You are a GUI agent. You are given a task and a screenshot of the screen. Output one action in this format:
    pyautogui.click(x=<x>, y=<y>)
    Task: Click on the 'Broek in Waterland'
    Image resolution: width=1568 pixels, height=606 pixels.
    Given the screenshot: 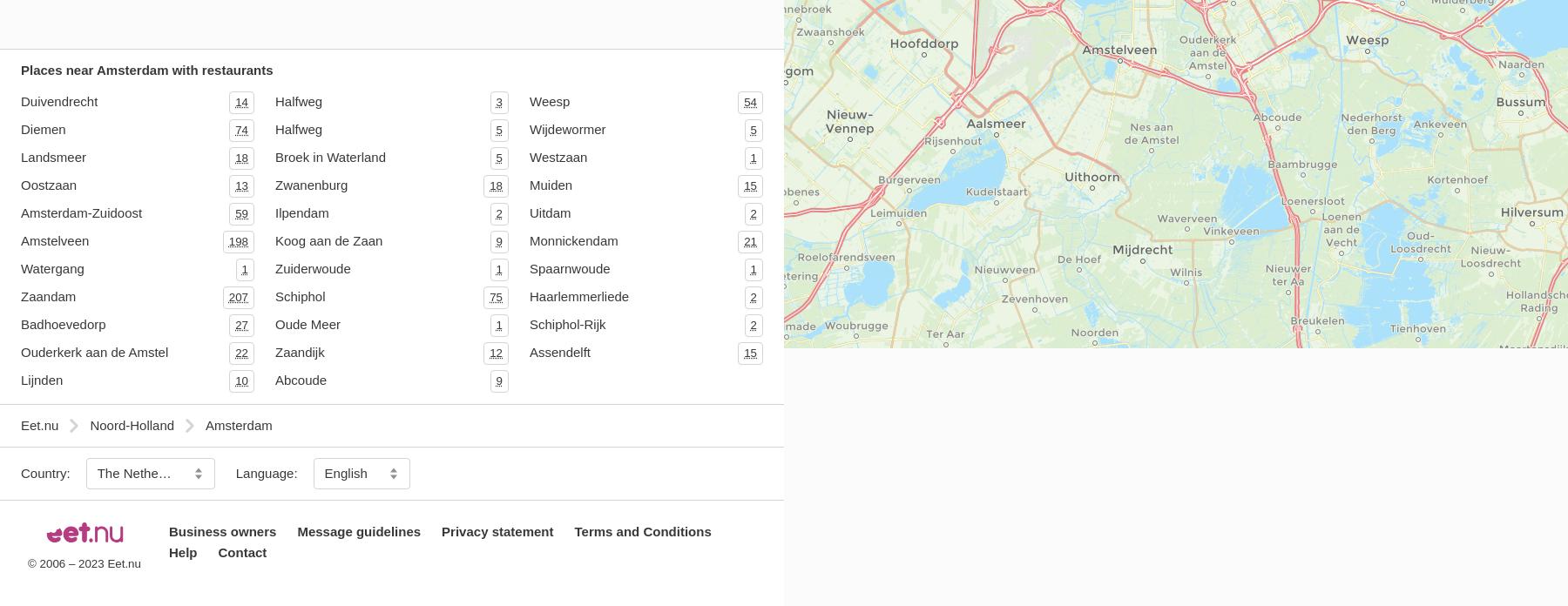 What is the action you would take?
    pyautogui.click(x=274, y=156)
    